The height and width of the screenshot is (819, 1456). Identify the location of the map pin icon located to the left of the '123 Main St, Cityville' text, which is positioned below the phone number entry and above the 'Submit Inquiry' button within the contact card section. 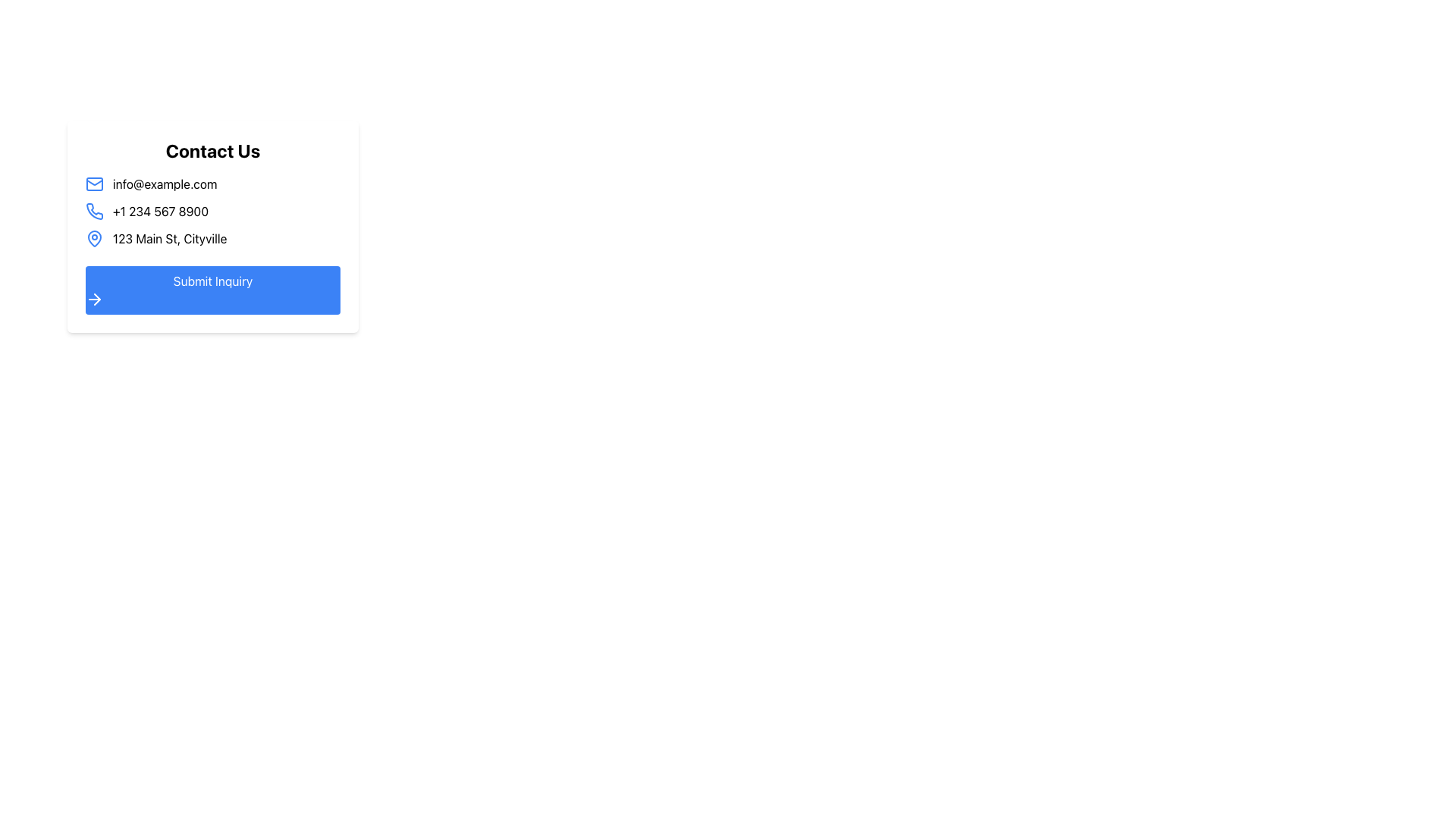
(93, 239).